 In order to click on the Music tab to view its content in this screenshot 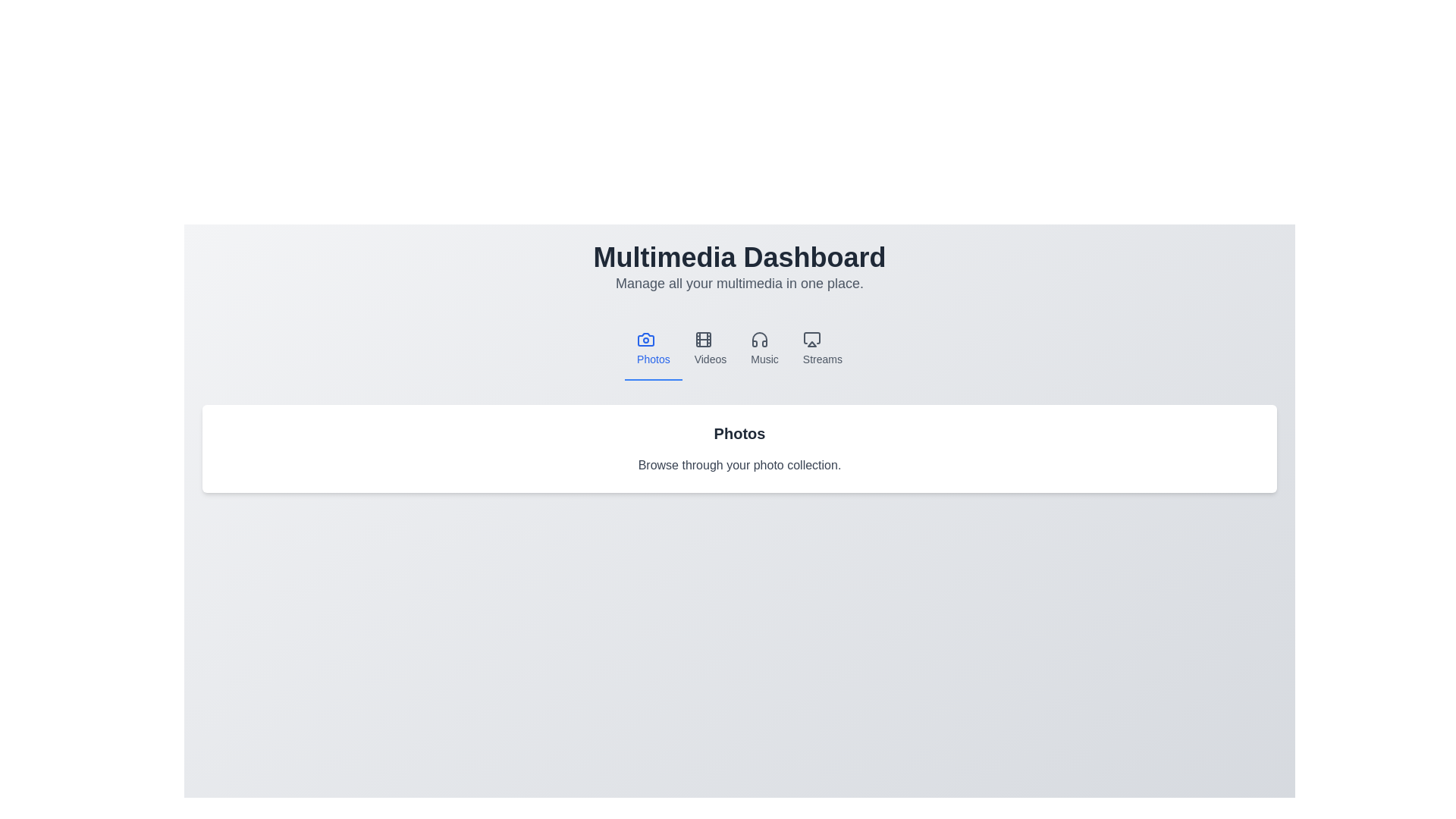, I will do `click(764, 350)`.